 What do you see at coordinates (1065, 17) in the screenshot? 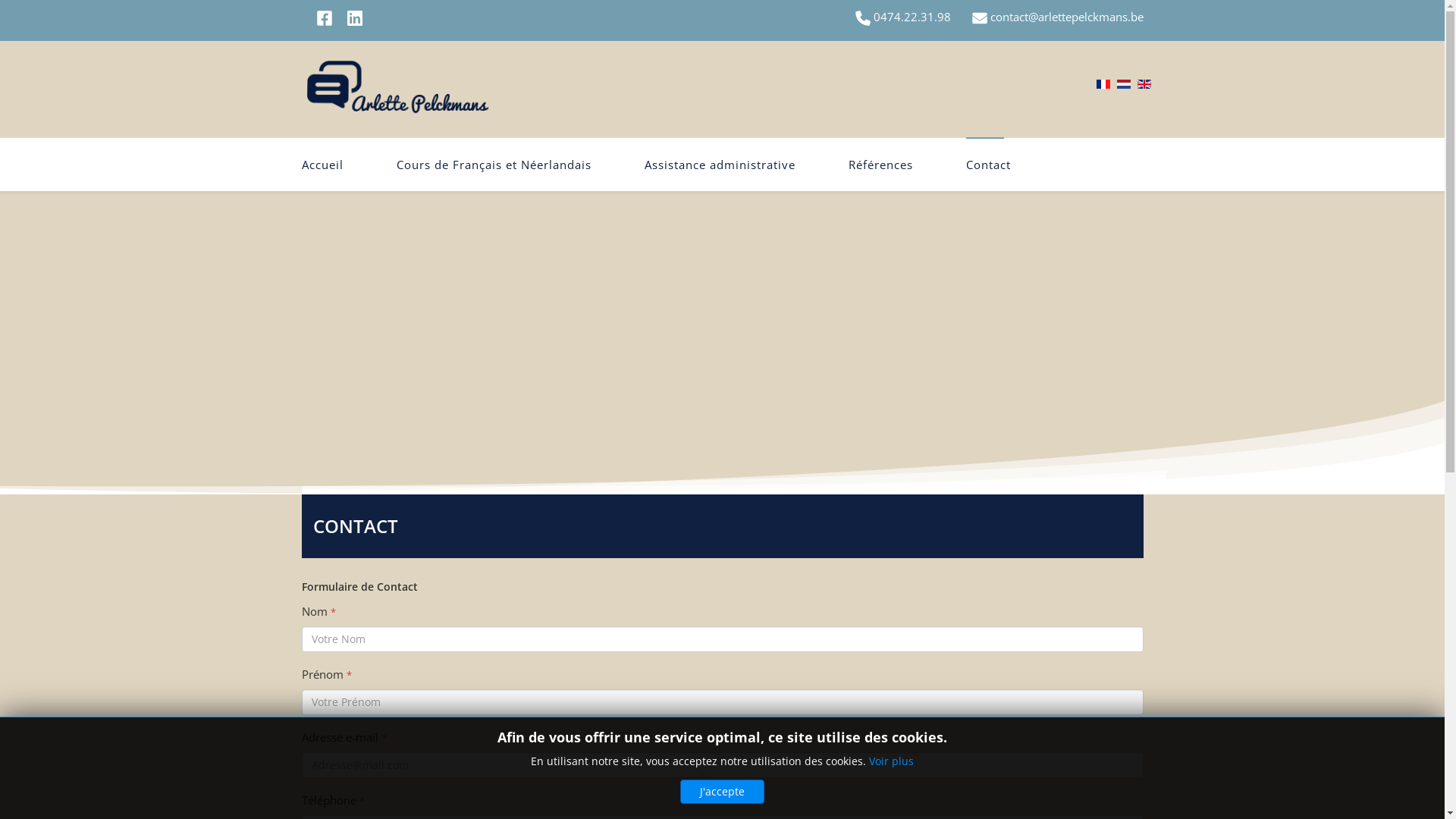
I see `'contact@arlettepelckmans.be'` at bounding box center [1065, 17].